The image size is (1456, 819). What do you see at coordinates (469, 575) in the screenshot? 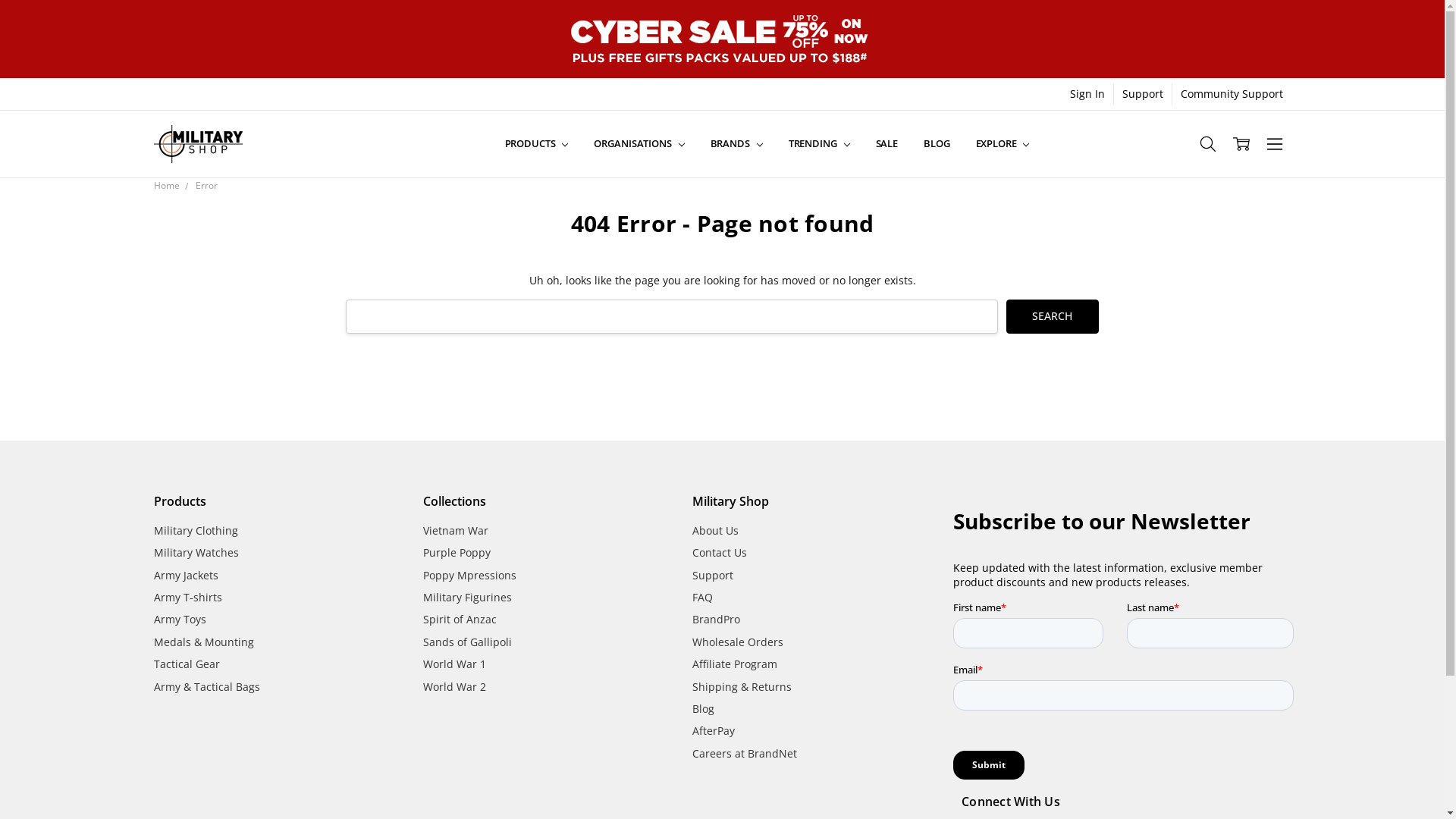
I see `'Poppy Mpressions'` at bounding box center [469, 575].